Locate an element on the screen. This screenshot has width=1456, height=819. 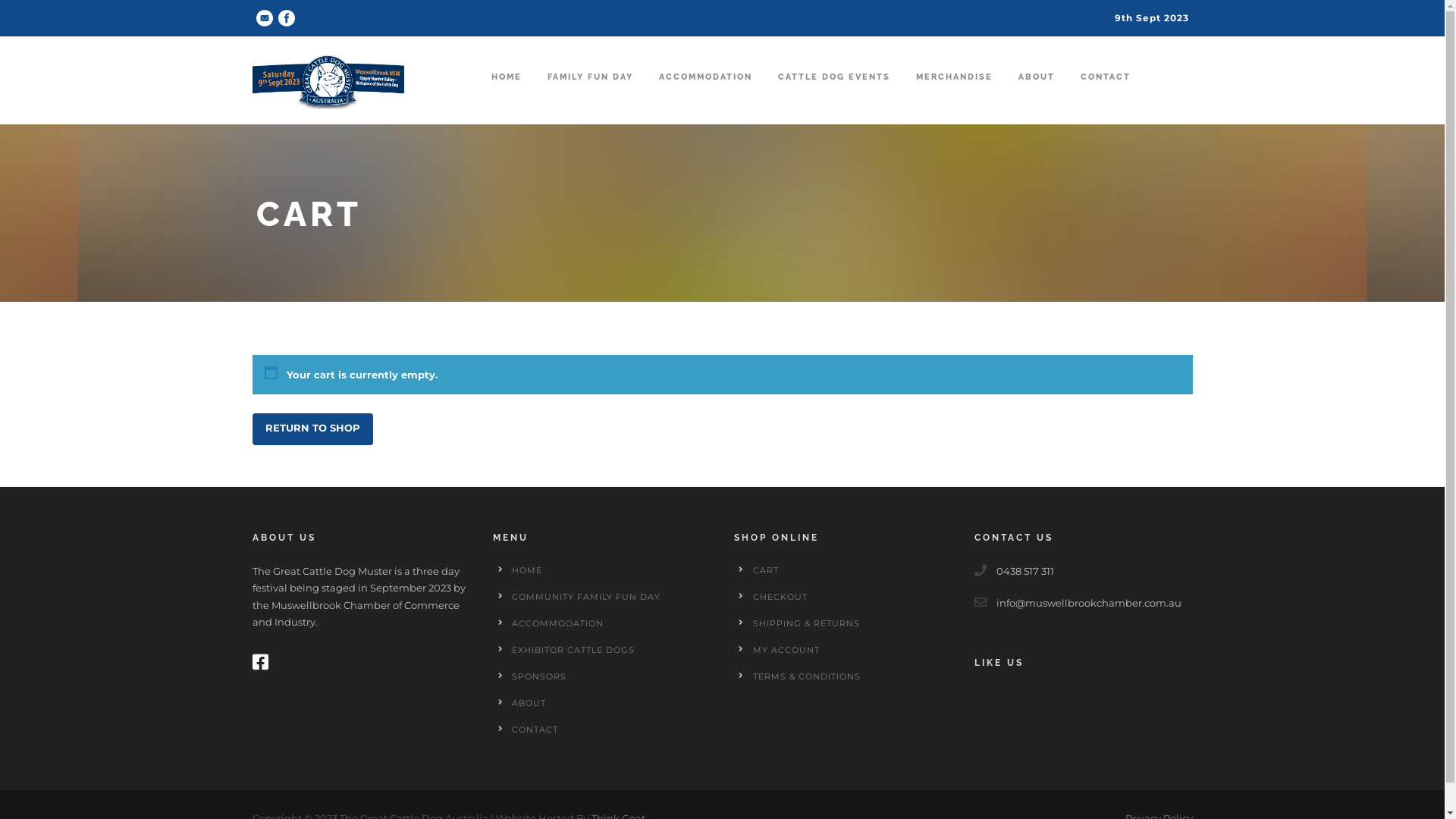
'MY ACCOUNT' is located at coordinates (786, 648).